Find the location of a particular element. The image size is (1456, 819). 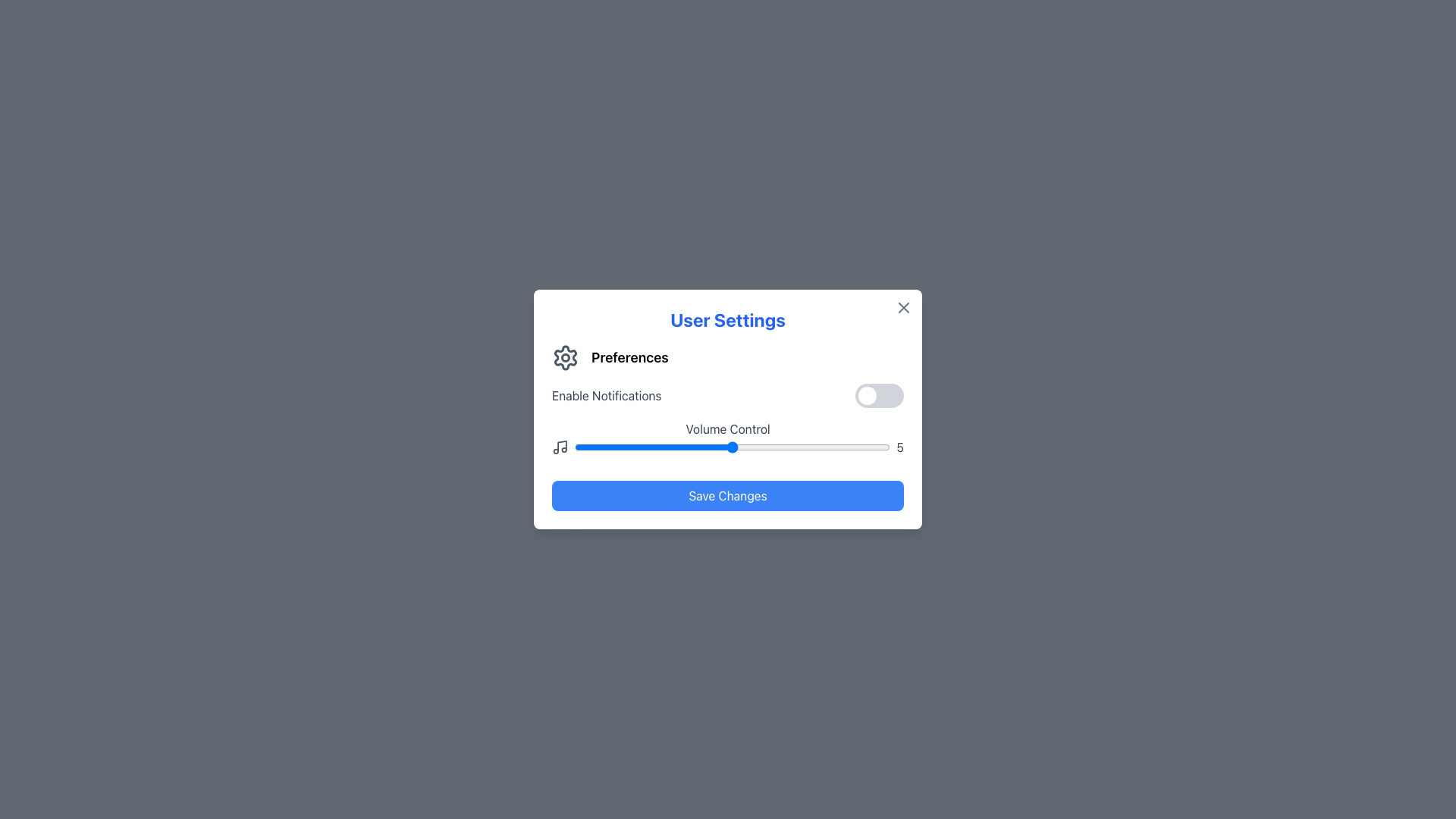

the volume is located at coordinates (858, 447).